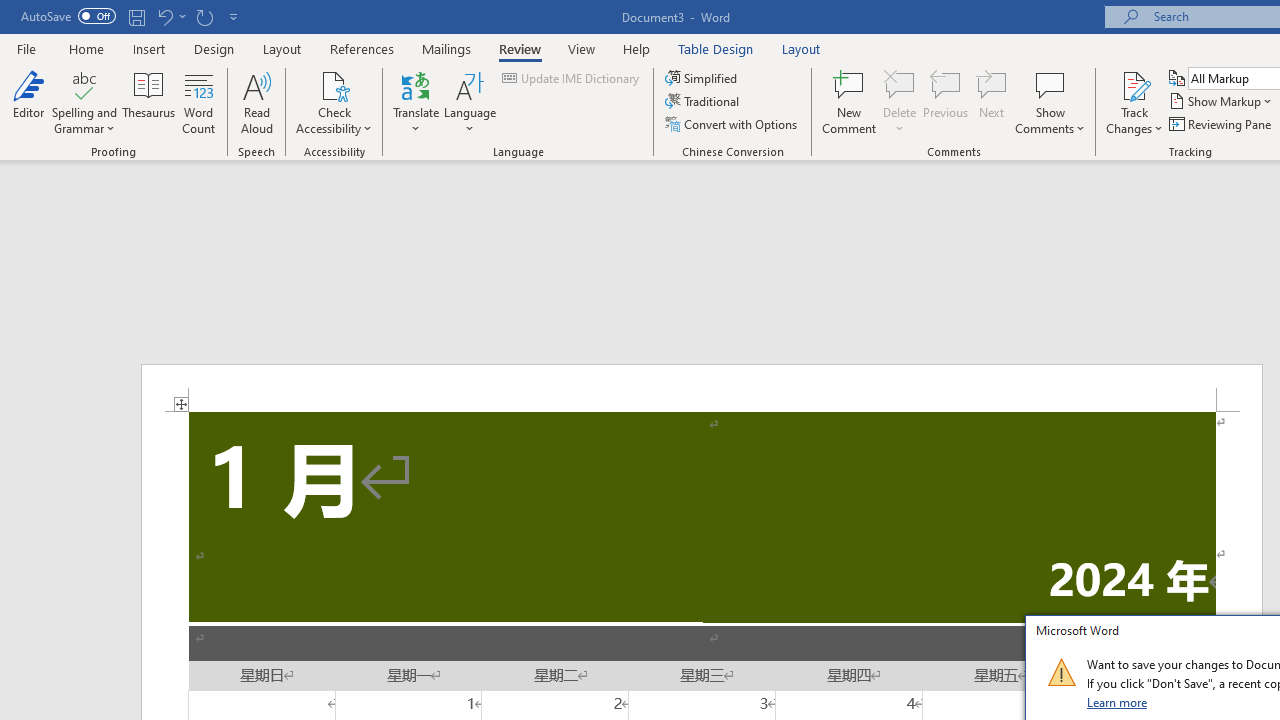 The width and height of the screenshot is (1280, 720). I want to click on 'Previous', so click(945, 103).